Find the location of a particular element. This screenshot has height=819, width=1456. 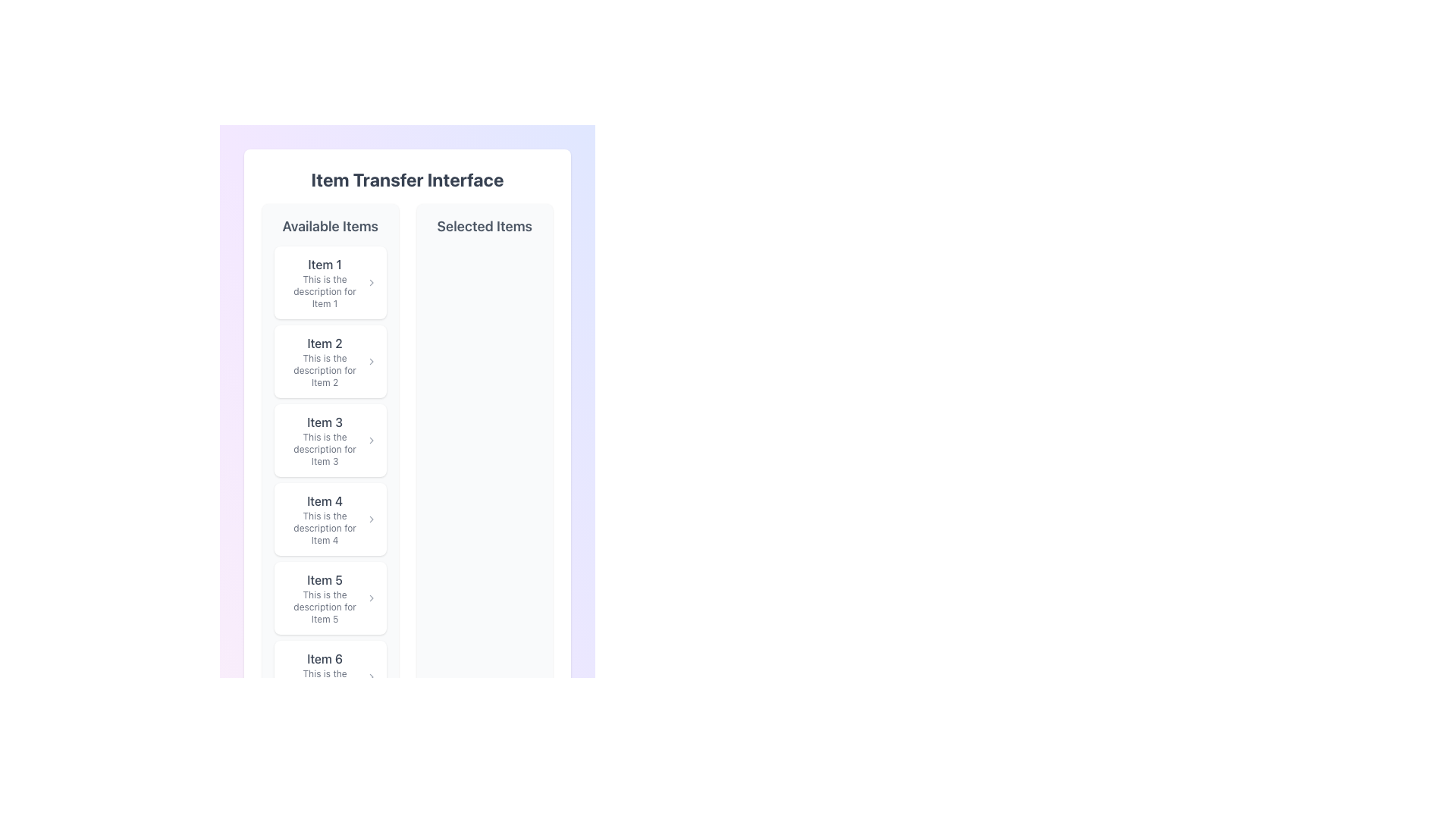

the text element reading 'This is the description for Item 3', which is styled with a smaller font size and a gray hue, positioned below 'Item 3' in the 'Available Items' column is located at coordinates (324, 449).